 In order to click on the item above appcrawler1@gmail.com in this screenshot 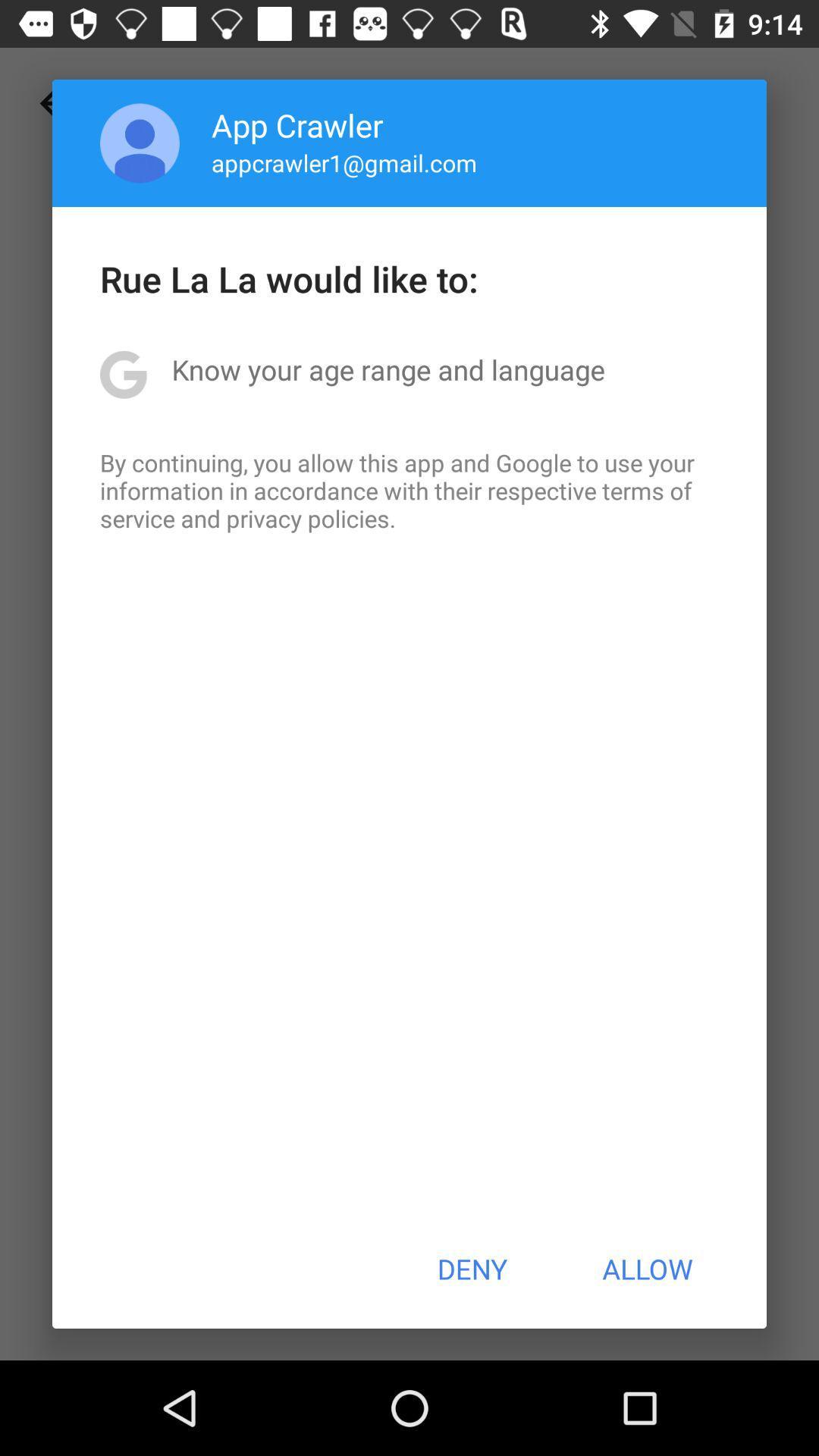, I will do `click(297, 124)`.